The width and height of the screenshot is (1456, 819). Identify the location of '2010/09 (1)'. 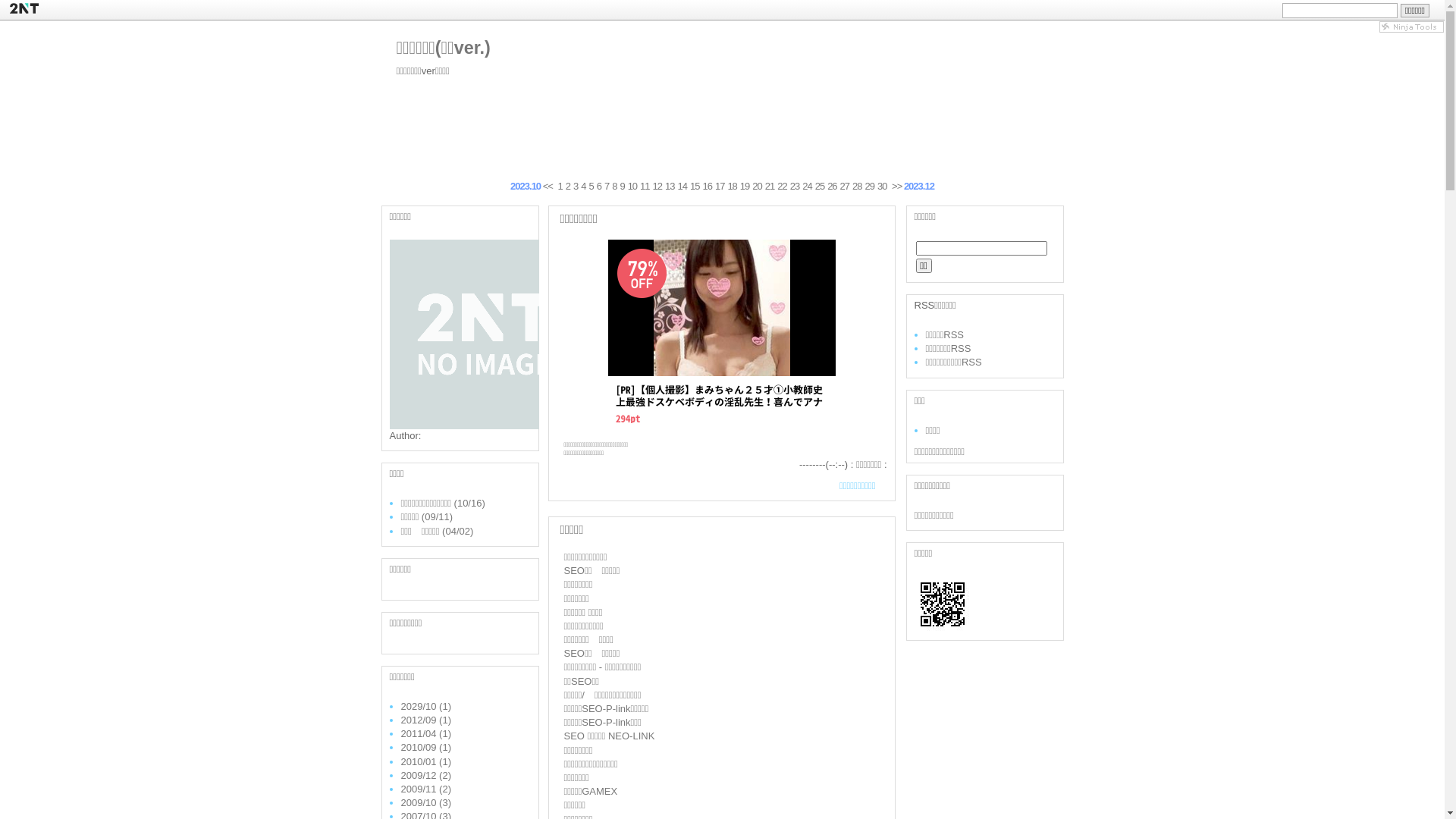
(425, 746).